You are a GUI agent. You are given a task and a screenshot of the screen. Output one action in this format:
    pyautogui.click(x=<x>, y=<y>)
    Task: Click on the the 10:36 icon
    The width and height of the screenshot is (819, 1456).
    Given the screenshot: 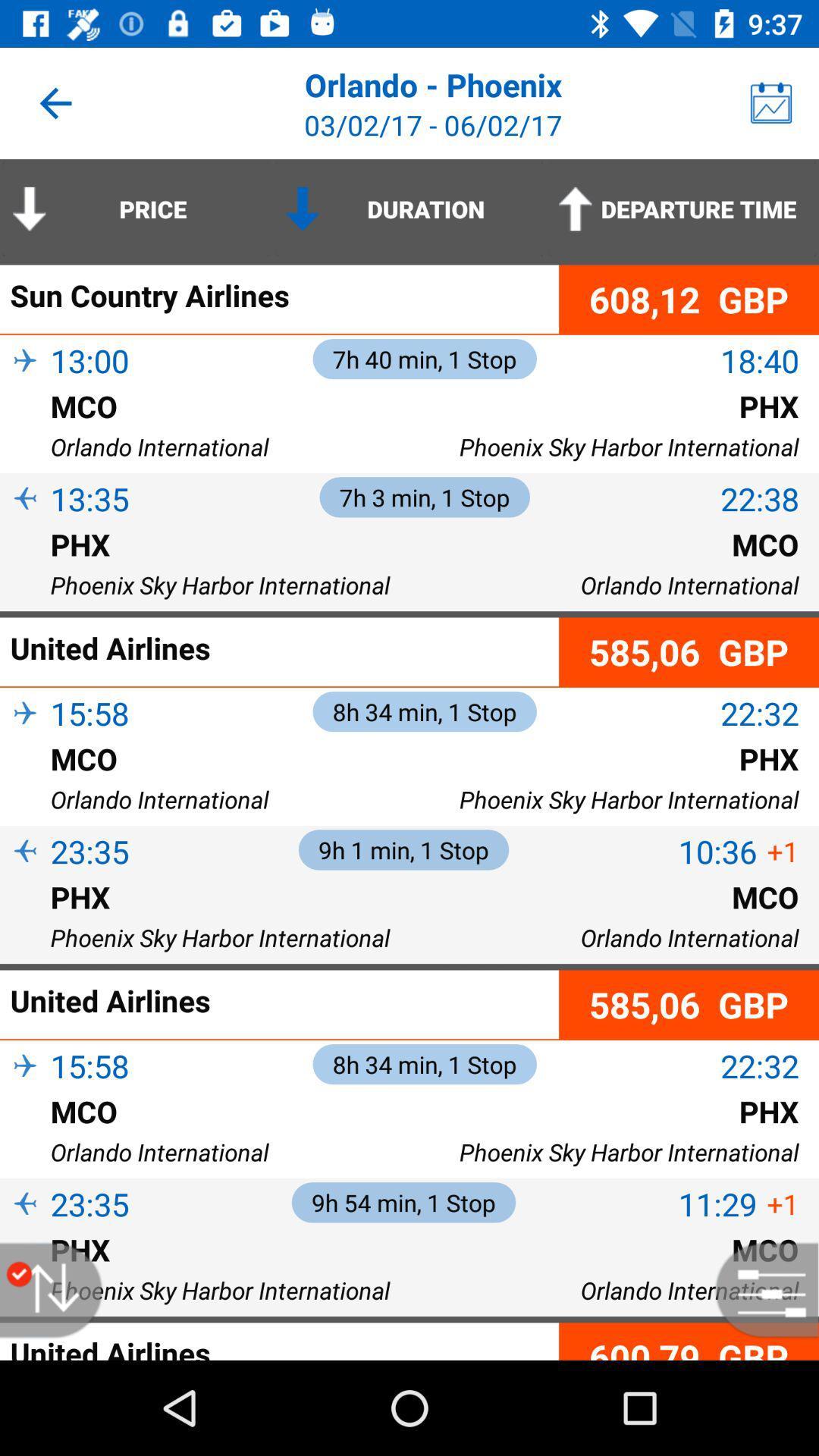 What is the action you would take?
    pyautogui.click(x=717, y=851)
    